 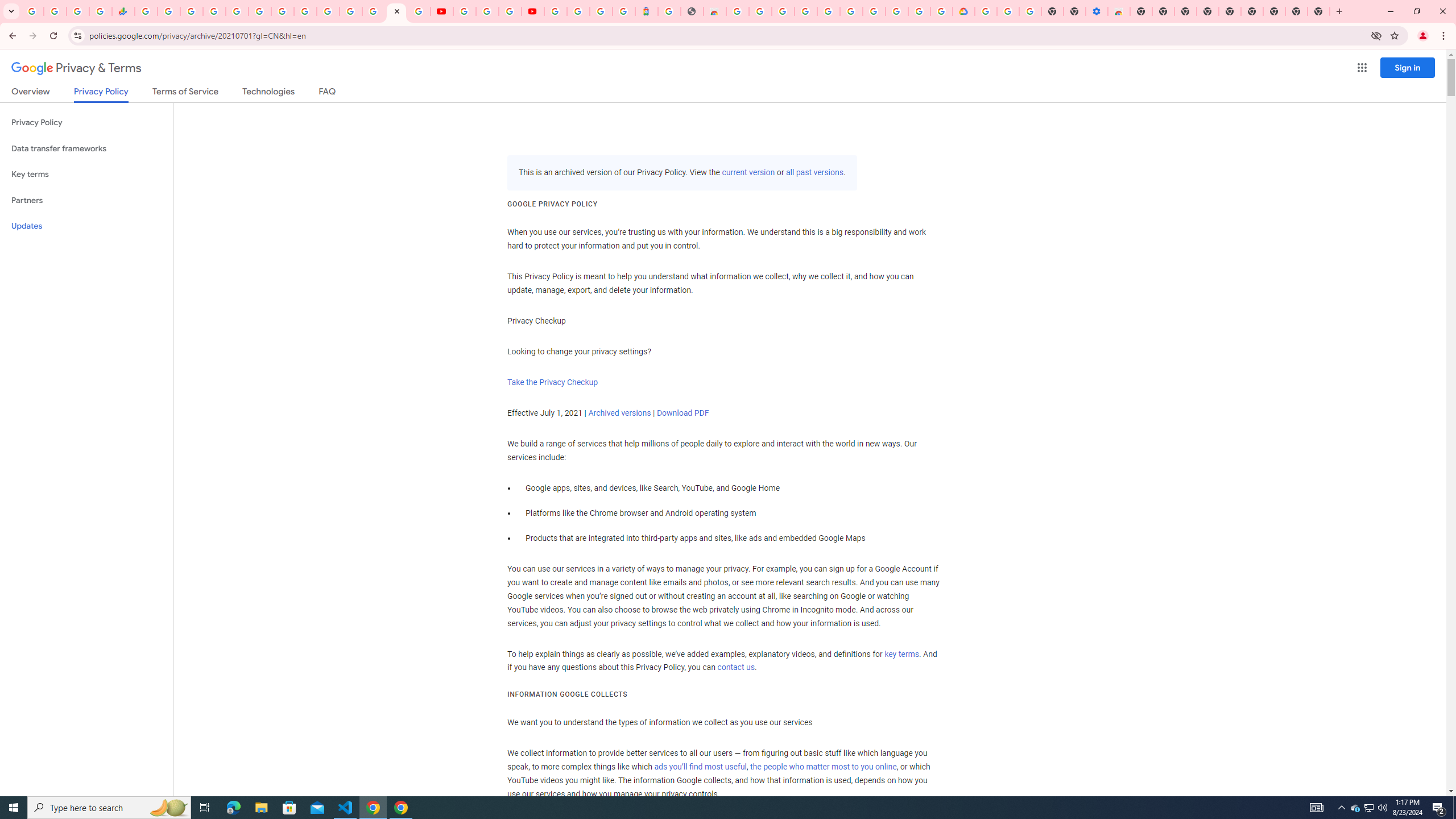 I want to click on 'Download PDF', so click(x=682, y=412).